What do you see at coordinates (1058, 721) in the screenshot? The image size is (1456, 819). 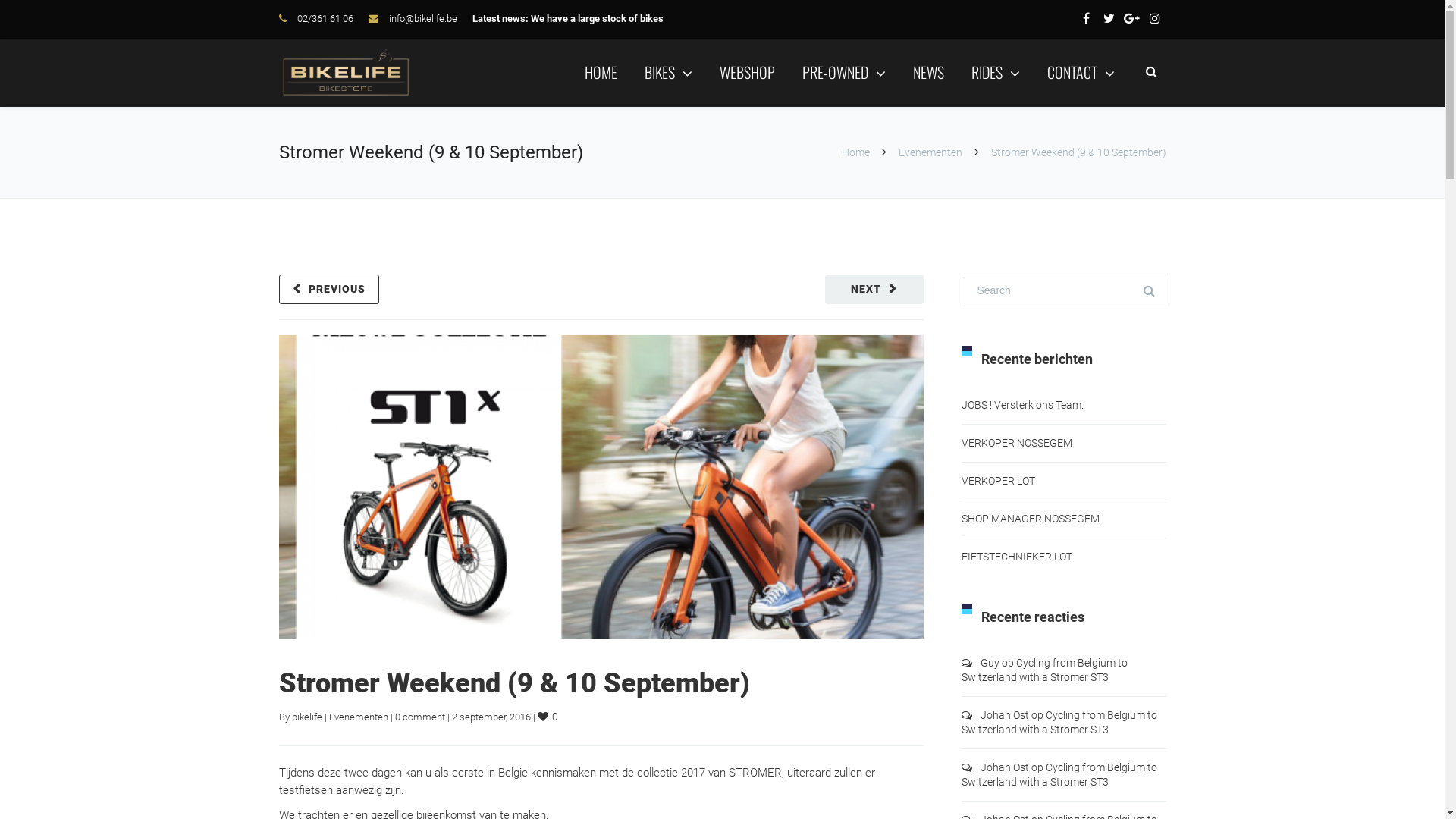 I see `'Cycling from Belgium to Switzerland with a Stromer ST3'` at bounding box center [1058, 721].